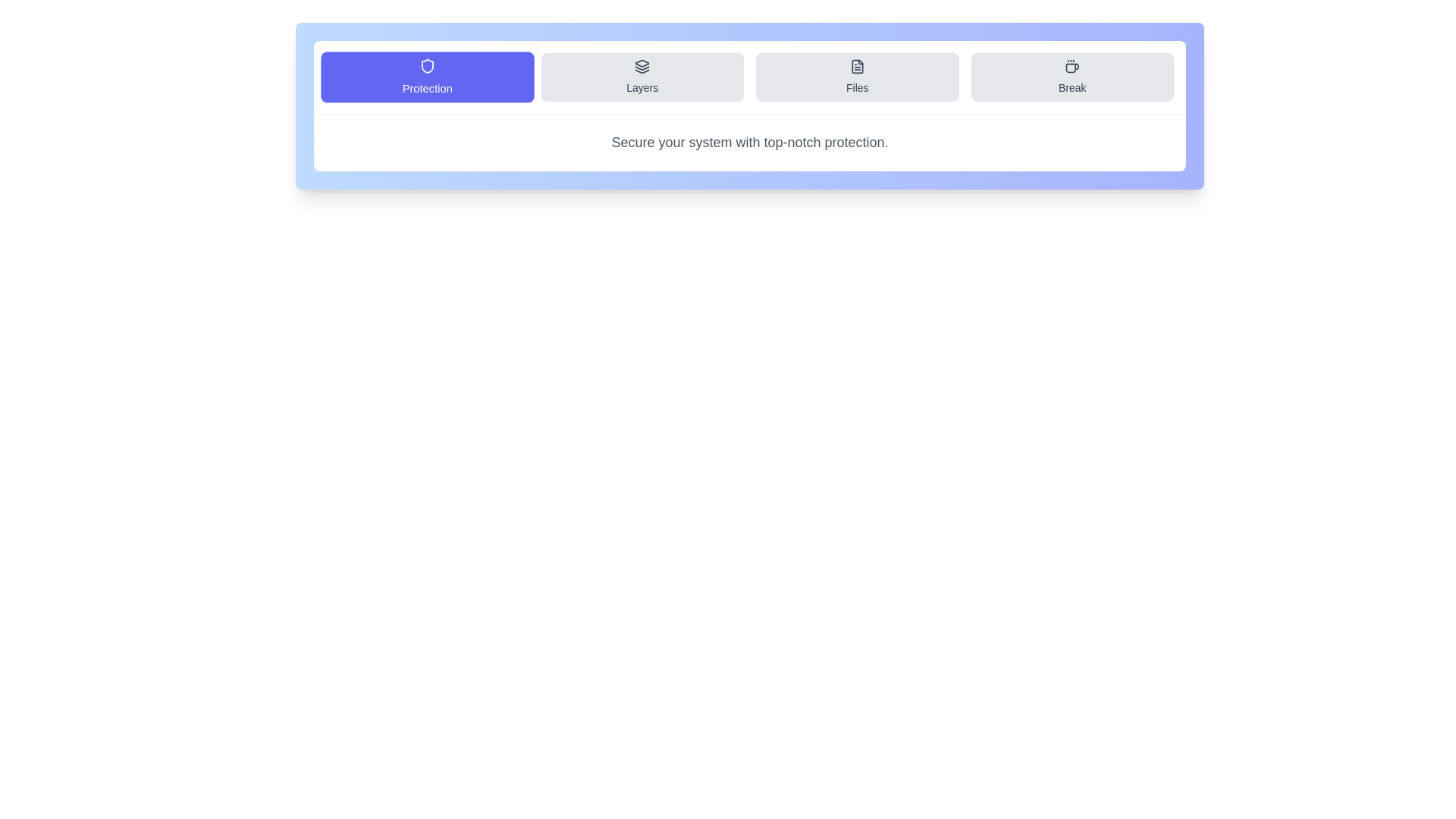  Describe the element at coordinates (642, 77) in the screenshot. I see `the tab labeled Layers to switch to it` at that location.